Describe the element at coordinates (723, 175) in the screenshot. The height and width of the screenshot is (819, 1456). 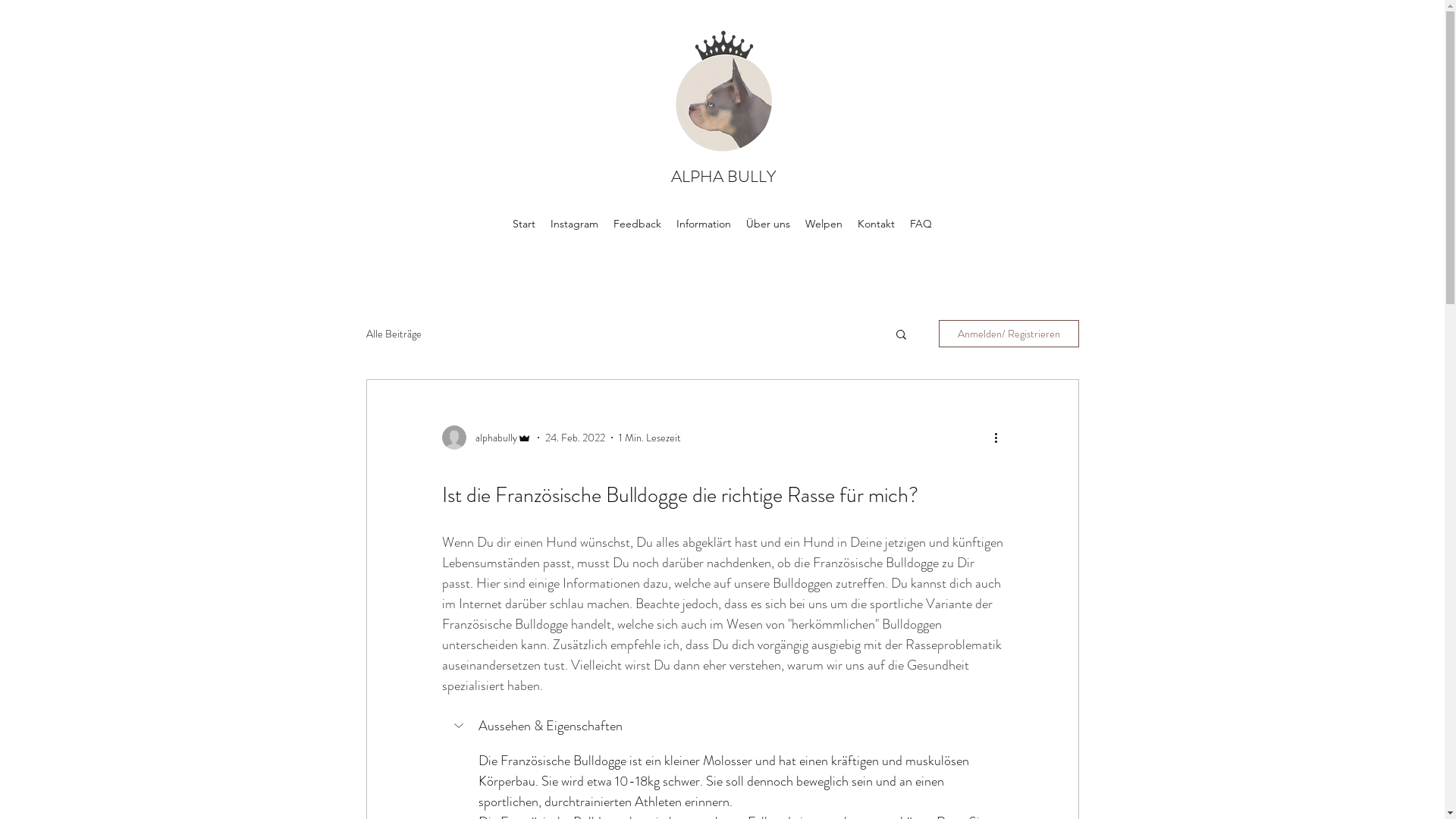
I see `'ALPHA BULLY'` at that location.